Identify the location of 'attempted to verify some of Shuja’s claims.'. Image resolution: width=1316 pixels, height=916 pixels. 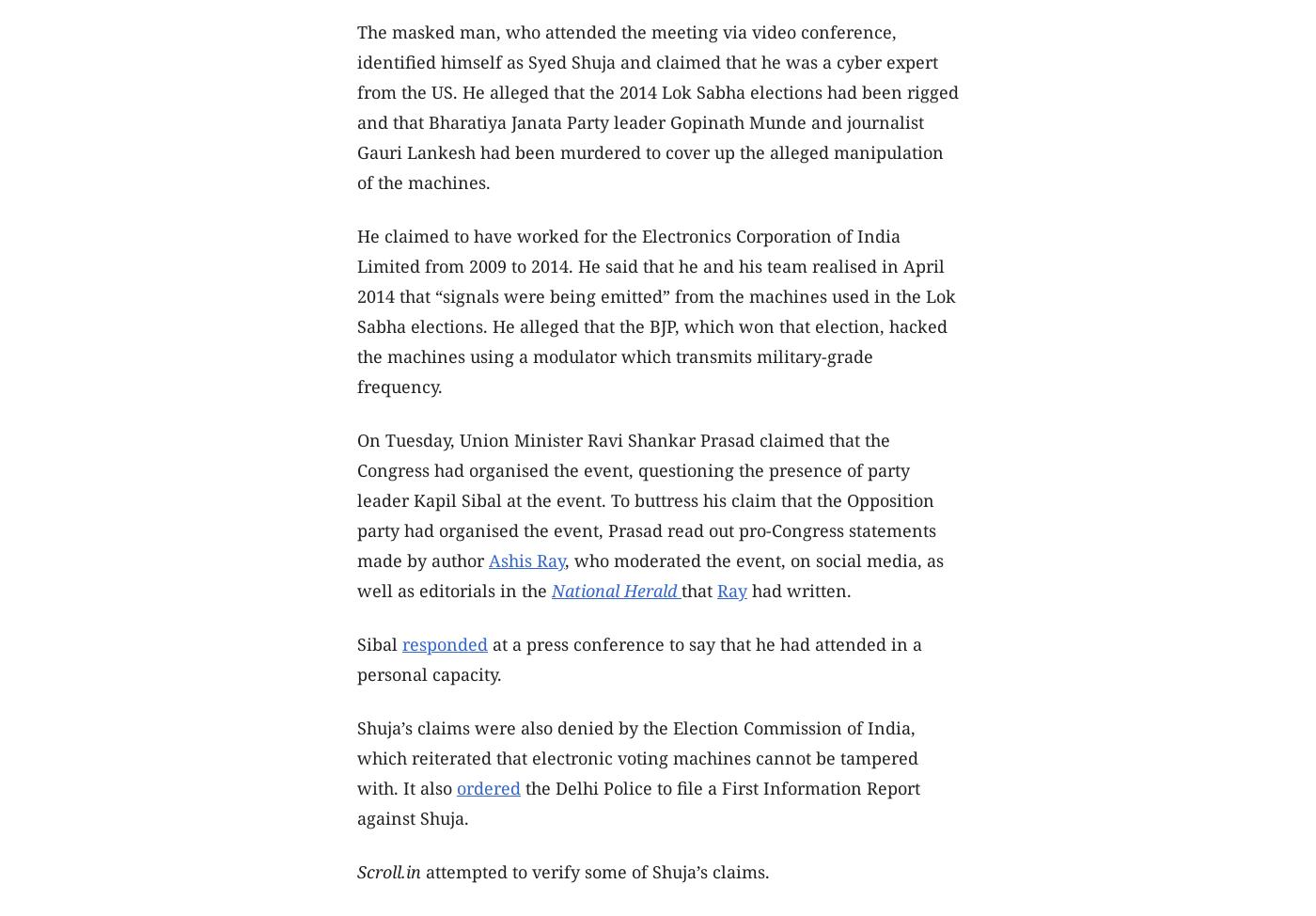
(595, 870).